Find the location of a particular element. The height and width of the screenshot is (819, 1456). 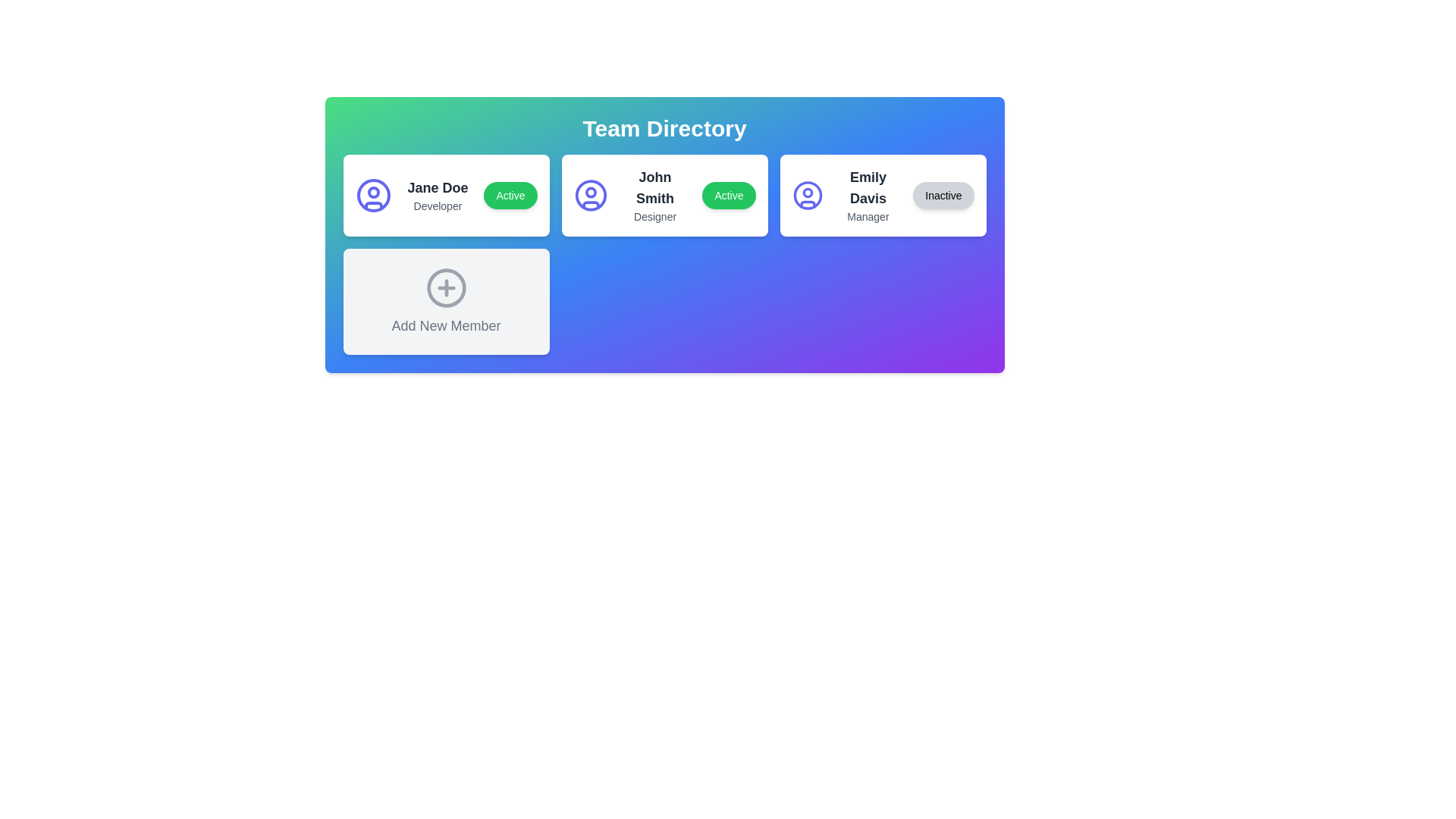

properties of the torso or neck region vector graphic of the profile icon for user 'John Smith', which is represented as a small, curved, rectangular shape within the circular profile image is located at coordinates (807, 203).